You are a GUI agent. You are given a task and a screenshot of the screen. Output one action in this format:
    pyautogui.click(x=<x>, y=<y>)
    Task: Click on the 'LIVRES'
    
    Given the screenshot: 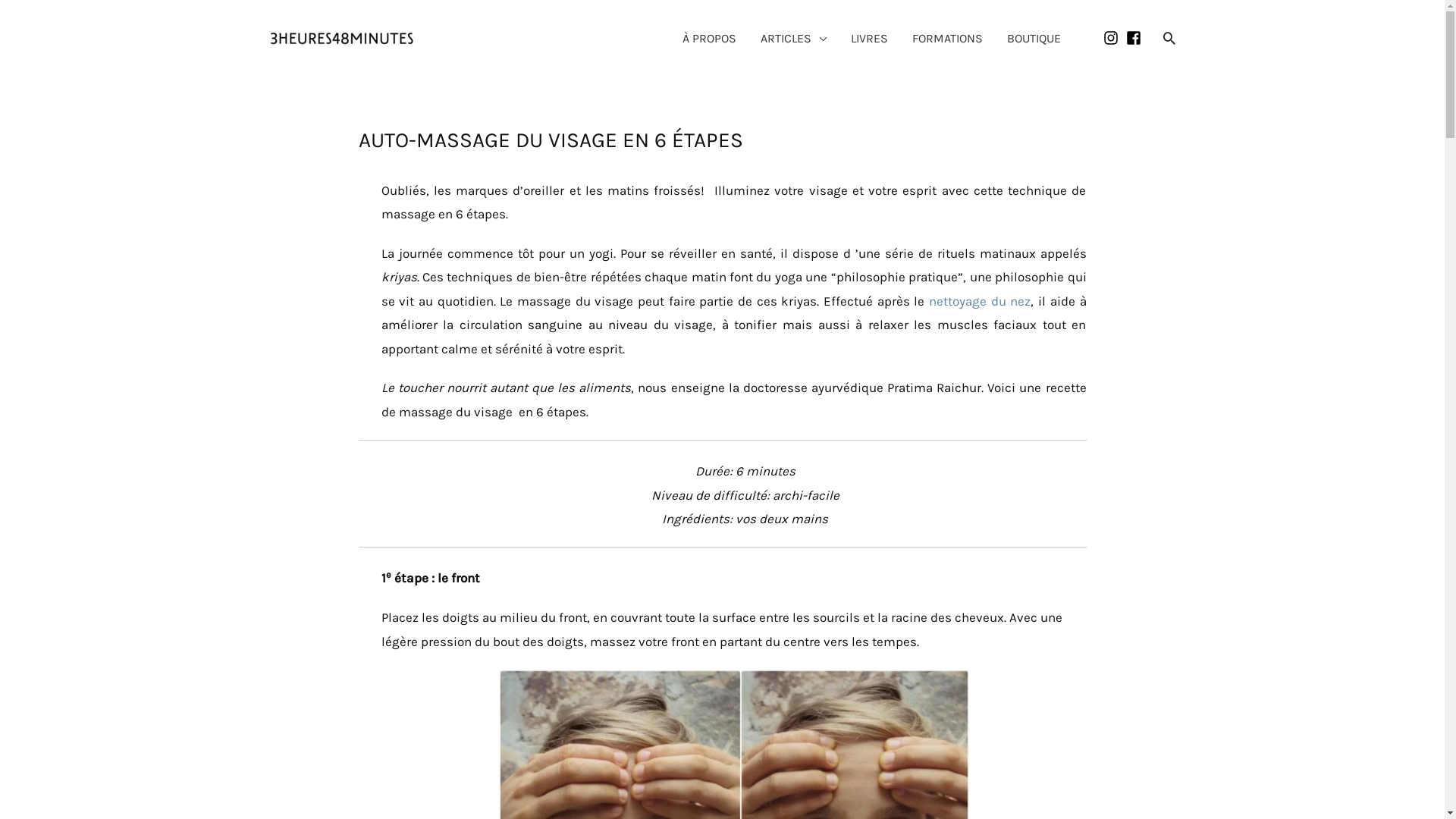 What is the action you would take?
    pyautogui.click(x=869, y=37)
    